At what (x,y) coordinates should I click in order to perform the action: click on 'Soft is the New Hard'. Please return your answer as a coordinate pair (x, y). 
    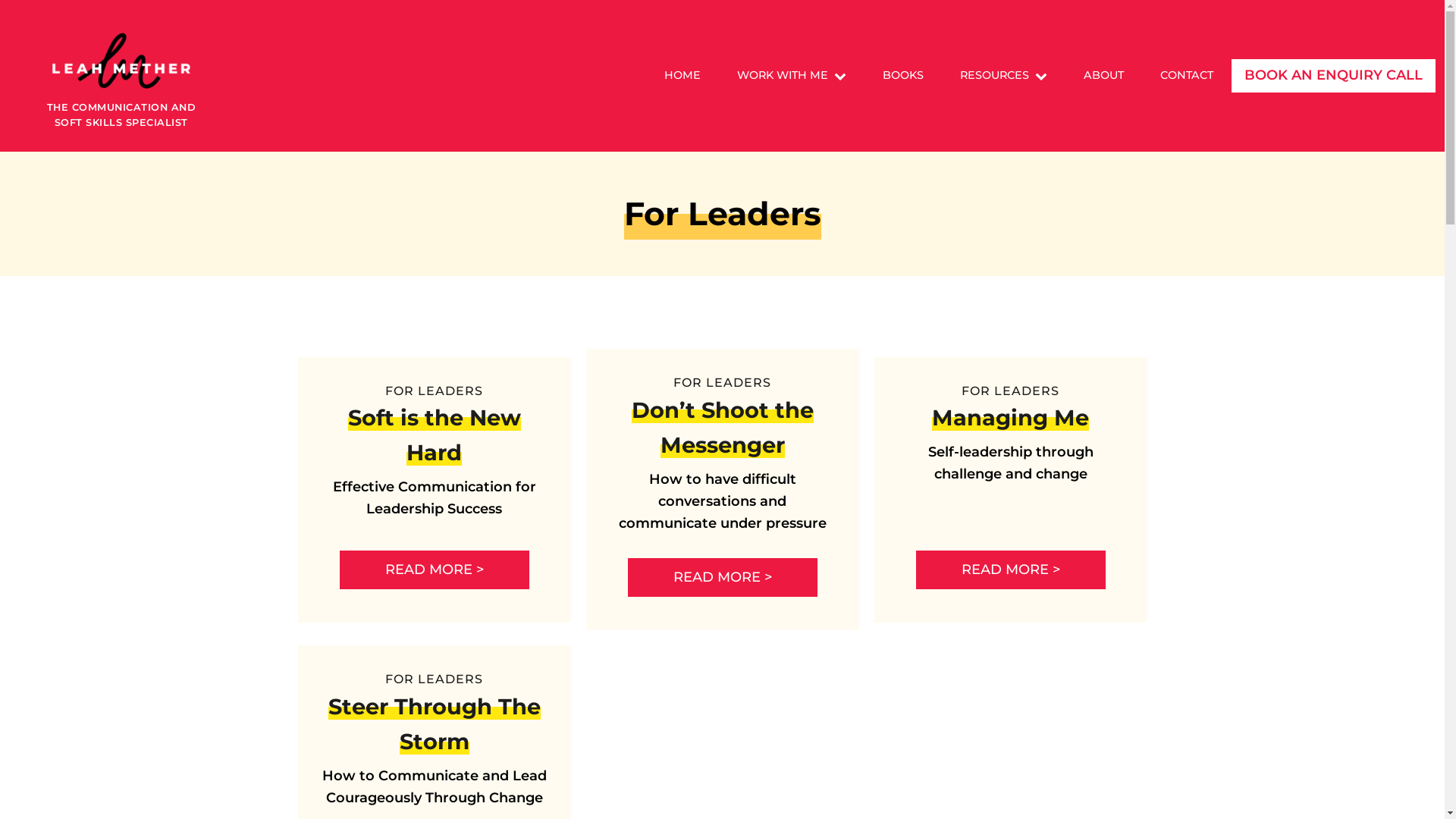
    Looking at the image, I should click on (432, 435).